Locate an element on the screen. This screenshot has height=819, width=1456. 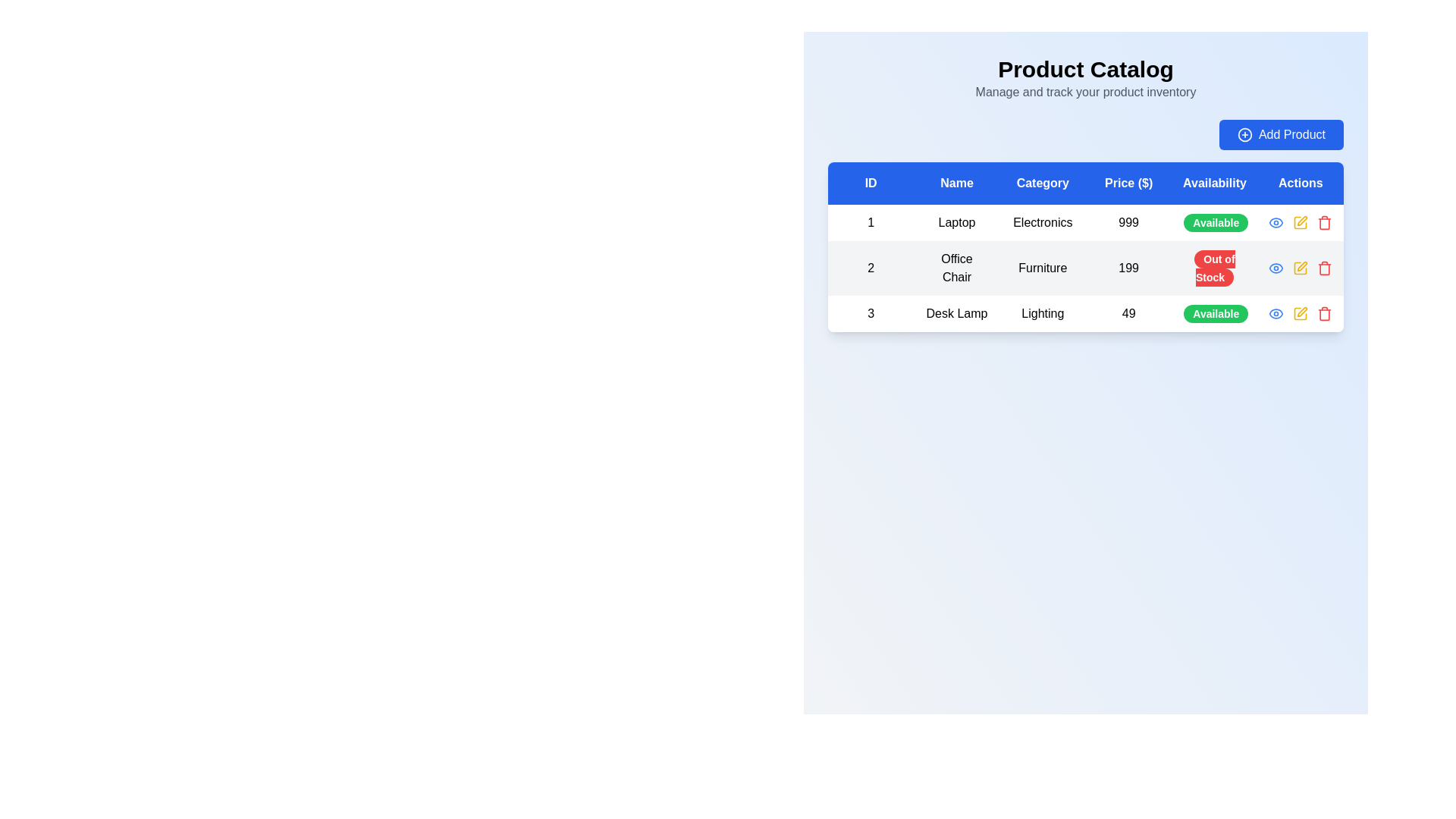
the trash can icon button, which is the third icon in the 'Actions' column of the table is located at coordinates (1324, 314).